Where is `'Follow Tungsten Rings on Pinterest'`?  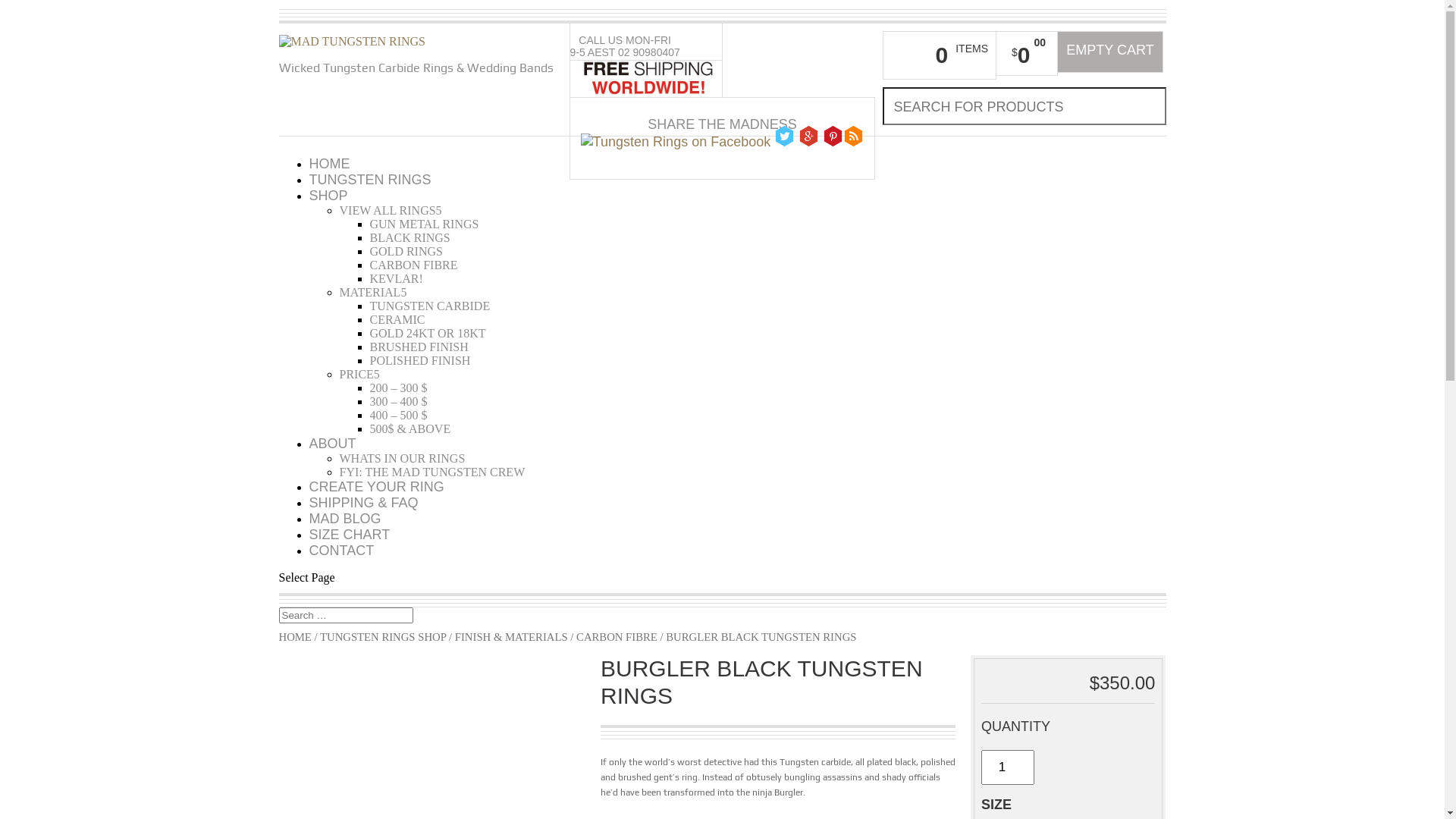
'Follow Tungsten Rings on Pinterest' is located at coordinates (832, 135).